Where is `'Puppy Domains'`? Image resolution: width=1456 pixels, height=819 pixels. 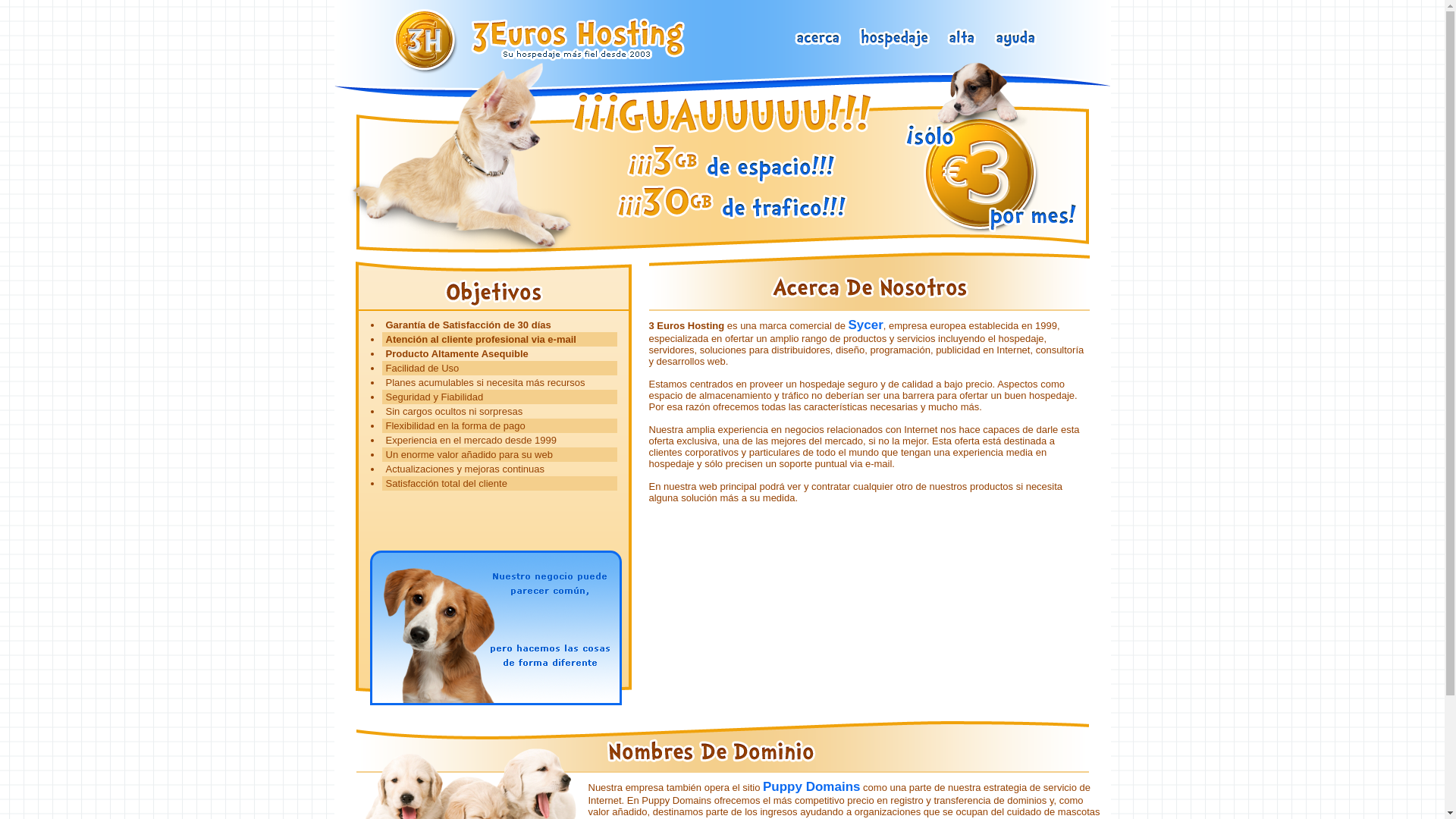 'Puppy Domains' is located at coordinates (811, 786).